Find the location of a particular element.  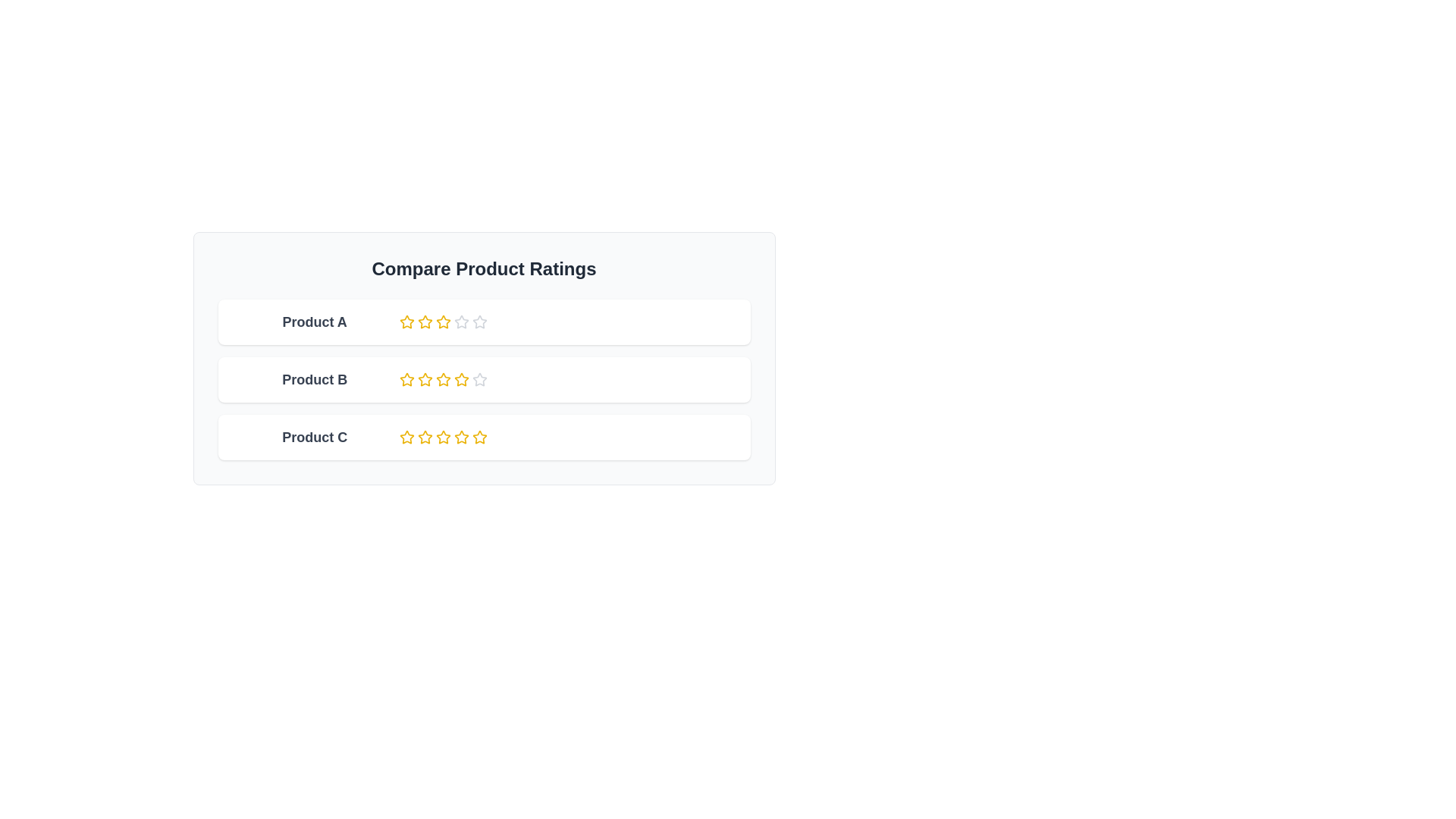

the fourth star icon in the rating system for 'Product A', which visually represents a rating level is located at coordinates (442, 321).